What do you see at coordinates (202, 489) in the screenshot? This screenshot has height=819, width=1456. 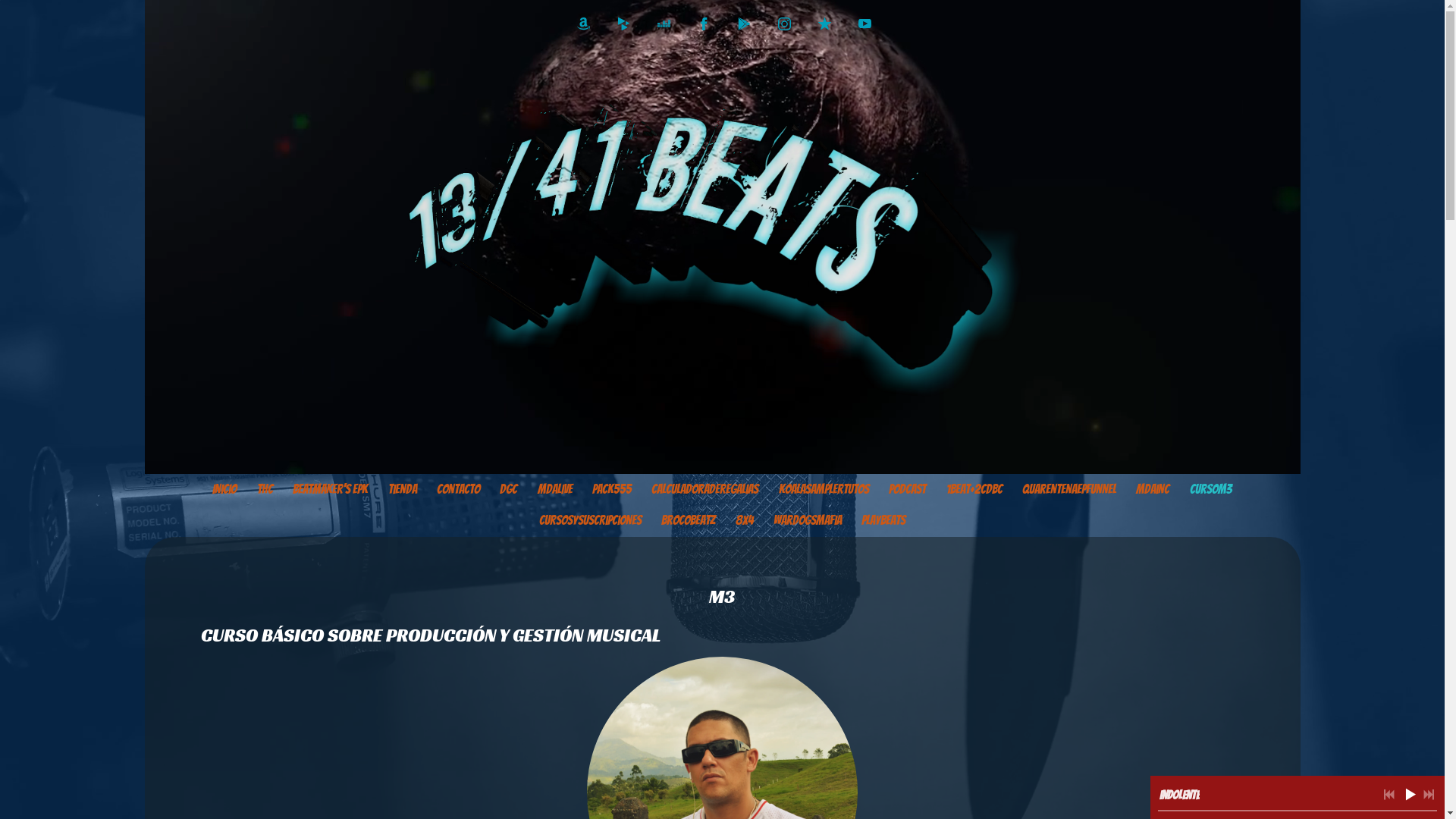 I see `'Inicio'` at bounding box center [202, 489].